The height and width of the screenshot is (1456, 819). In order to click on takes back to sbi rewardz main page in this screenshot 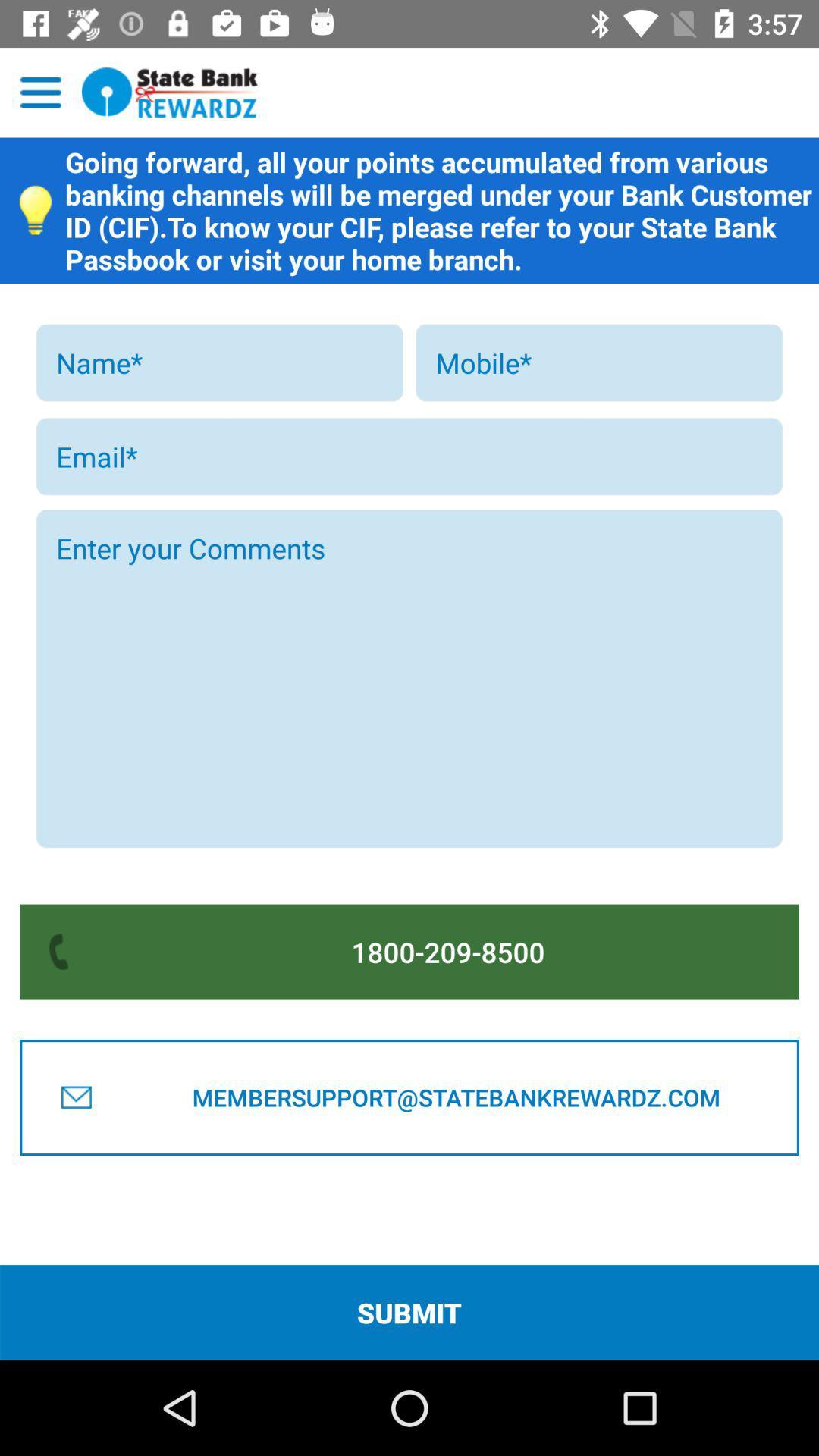, I will do `click(170, 92)`.